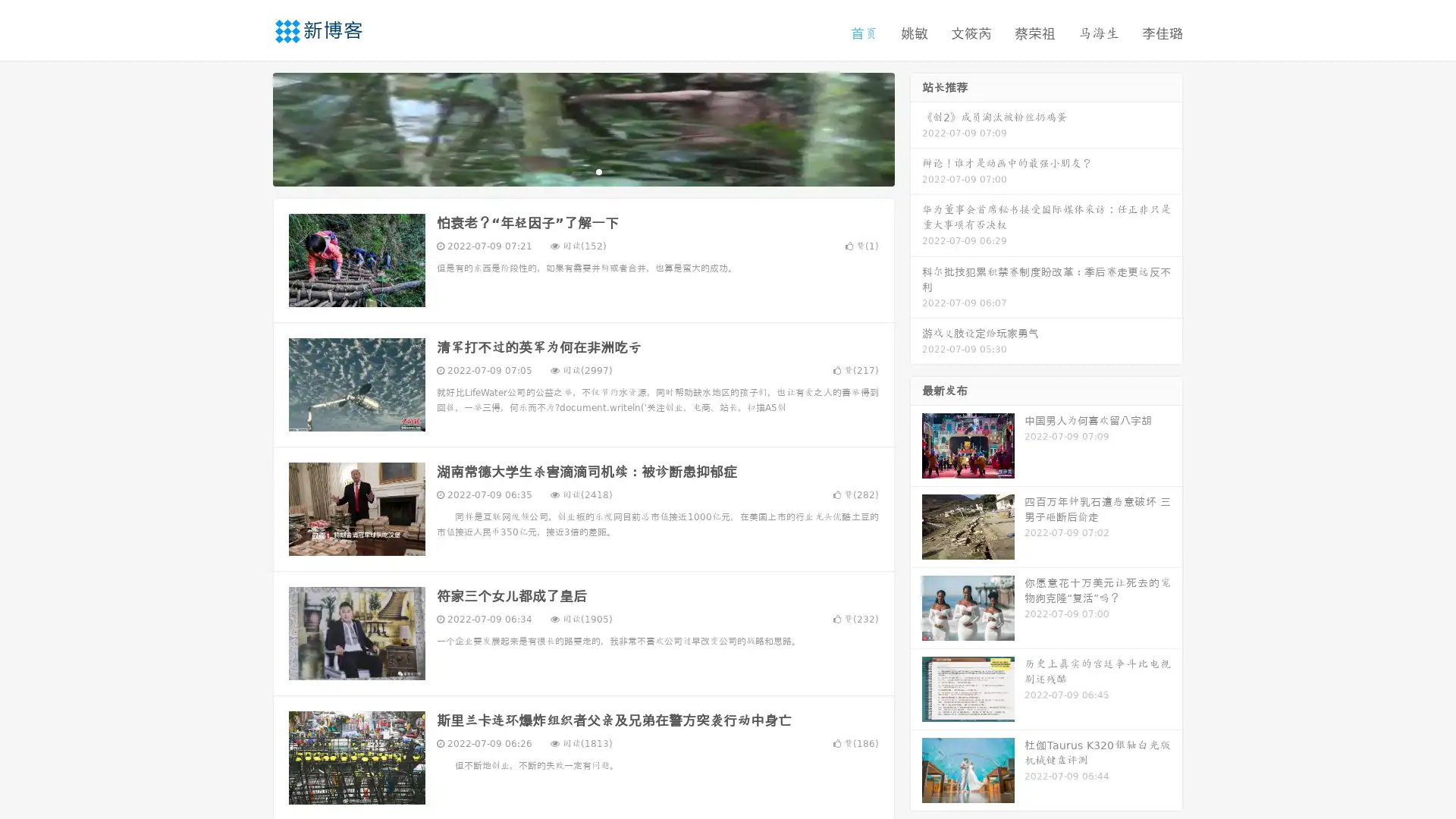 This screenshot has width=1456, height=819. What do you see at coordinates (598, 171) in the screenshot?
I see `Go to slide 3` at bounding box center [598, 171].